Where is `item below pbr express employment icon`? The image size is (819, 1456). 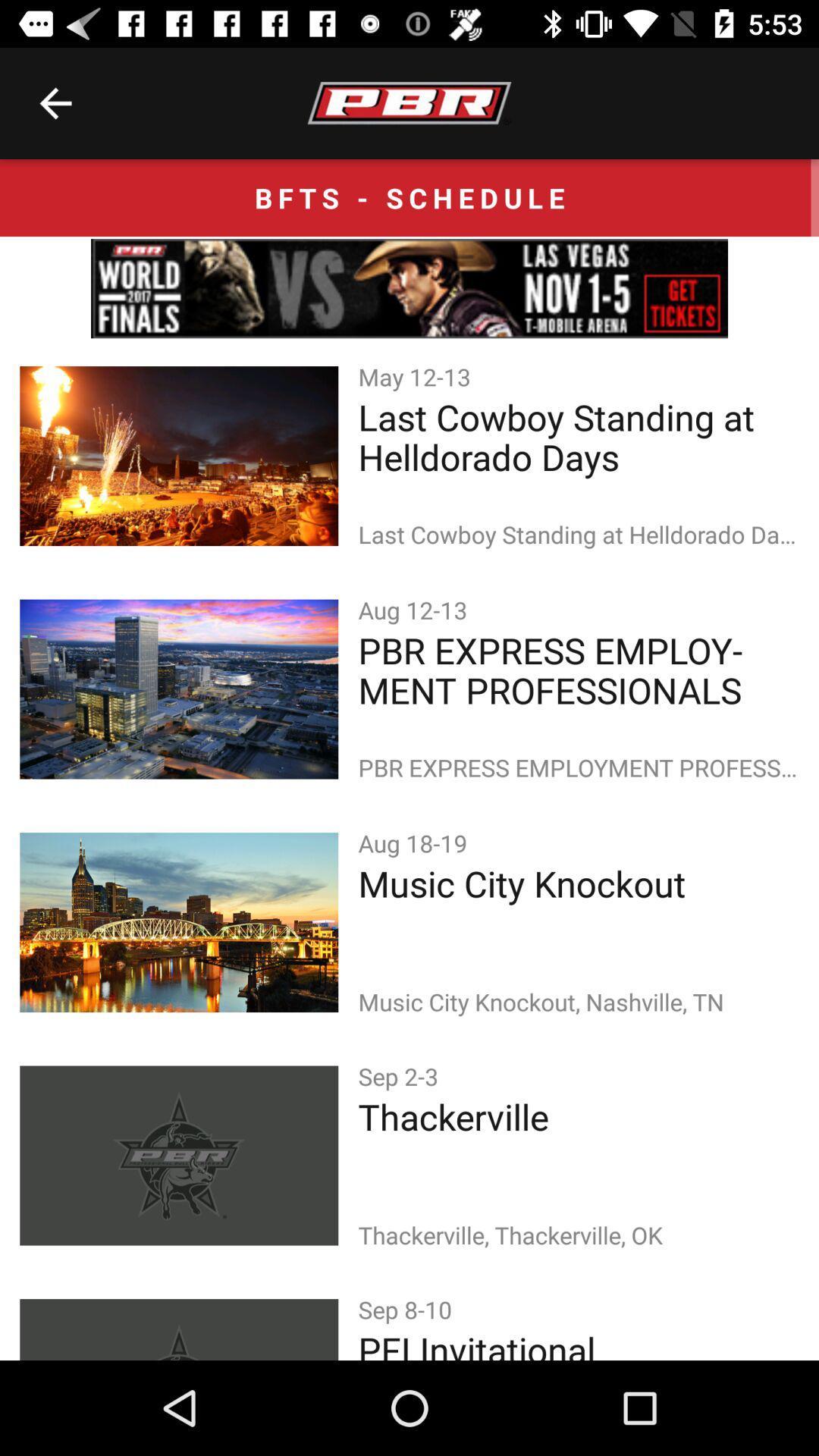
item below pbr express employment icon is located at coordinates (416, 842).